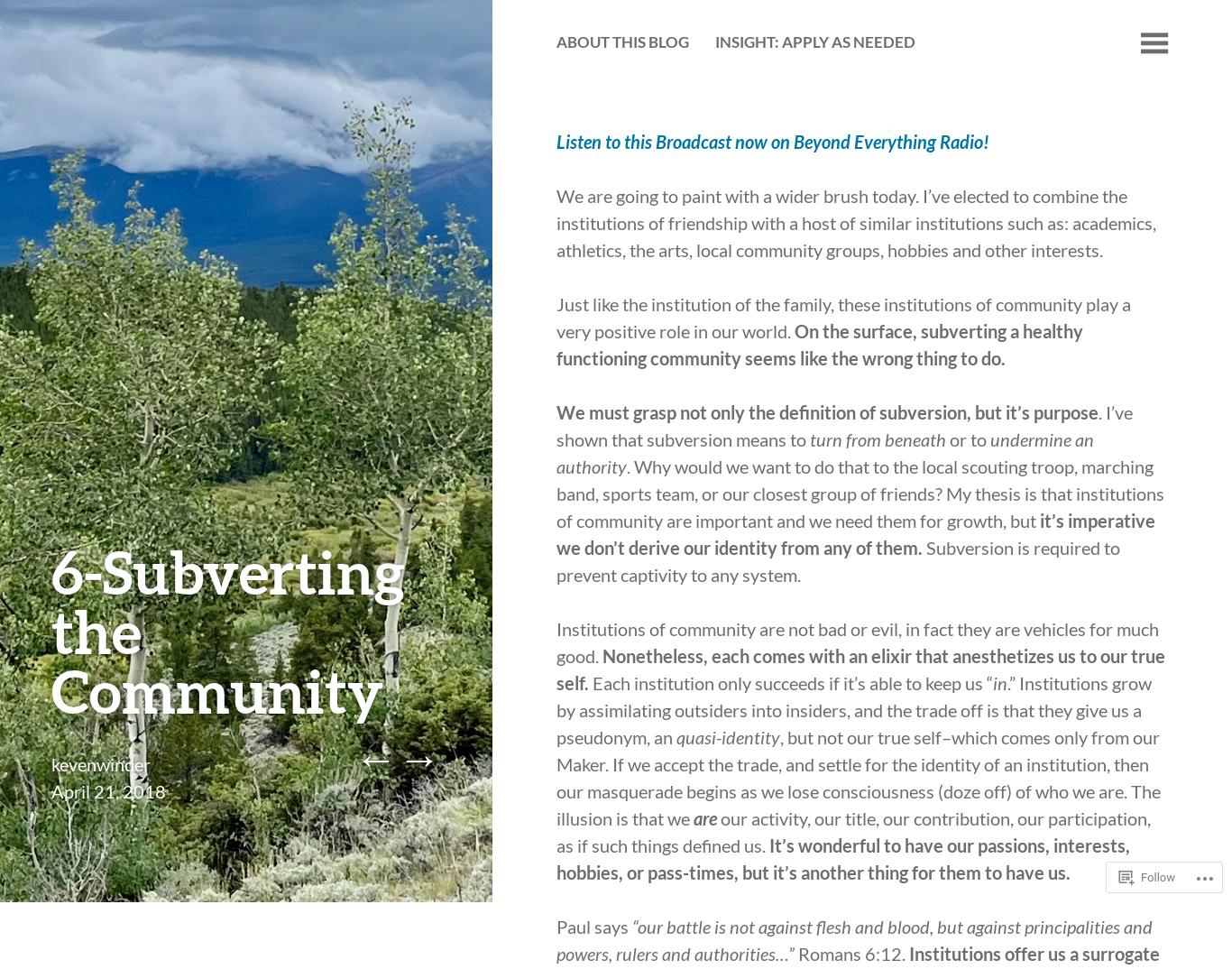 This screenshot has width=1232, height=969. What do you see at coordinates (772, 141) in the screenshot?
I see `'Listen to this Broadcast now on Beyond Everything Radio!'` at bounding box center [772, 141].